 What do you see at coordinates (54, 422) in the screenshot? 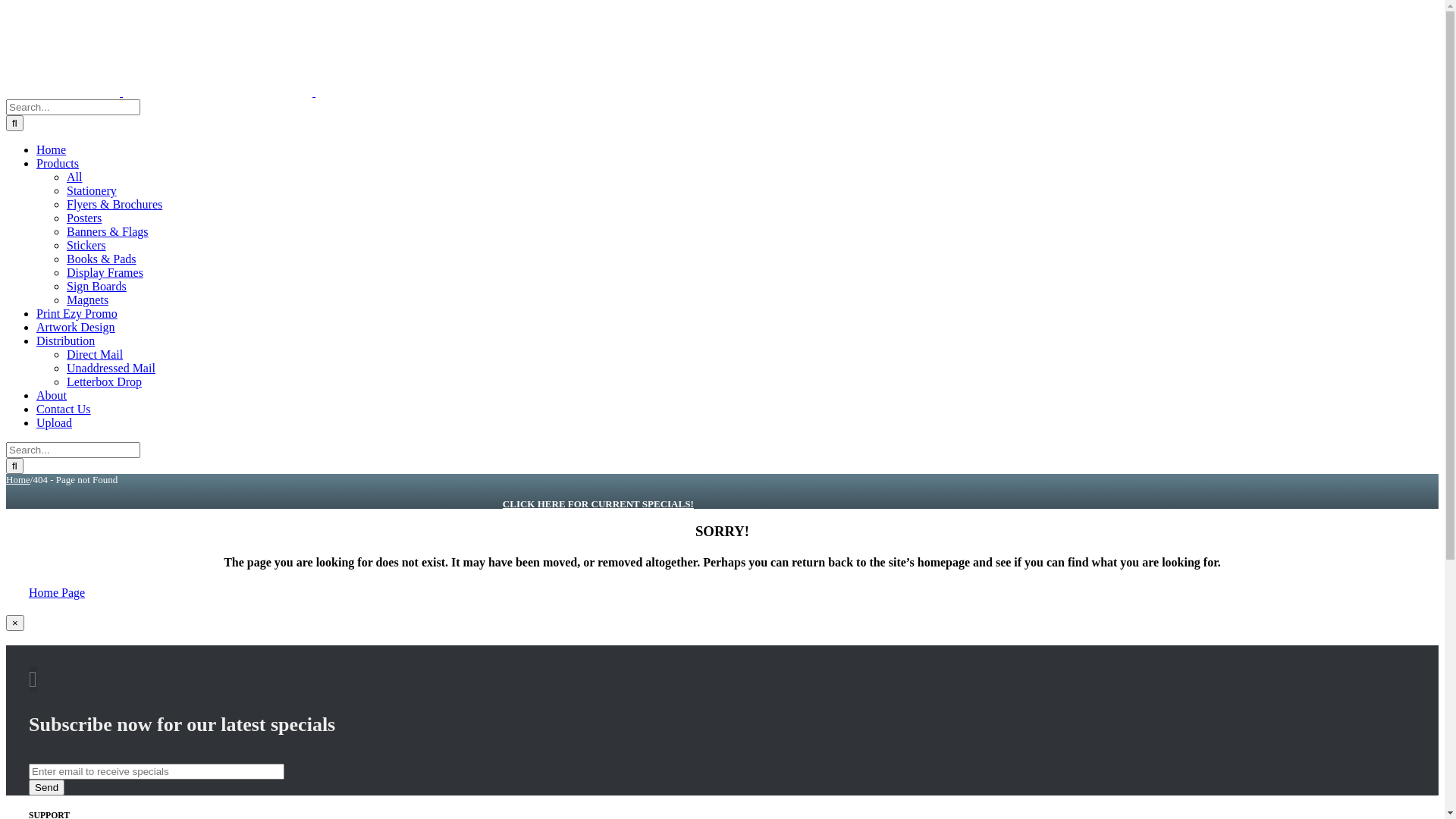
I see `'Upload'` at bounding box center [54, 422].